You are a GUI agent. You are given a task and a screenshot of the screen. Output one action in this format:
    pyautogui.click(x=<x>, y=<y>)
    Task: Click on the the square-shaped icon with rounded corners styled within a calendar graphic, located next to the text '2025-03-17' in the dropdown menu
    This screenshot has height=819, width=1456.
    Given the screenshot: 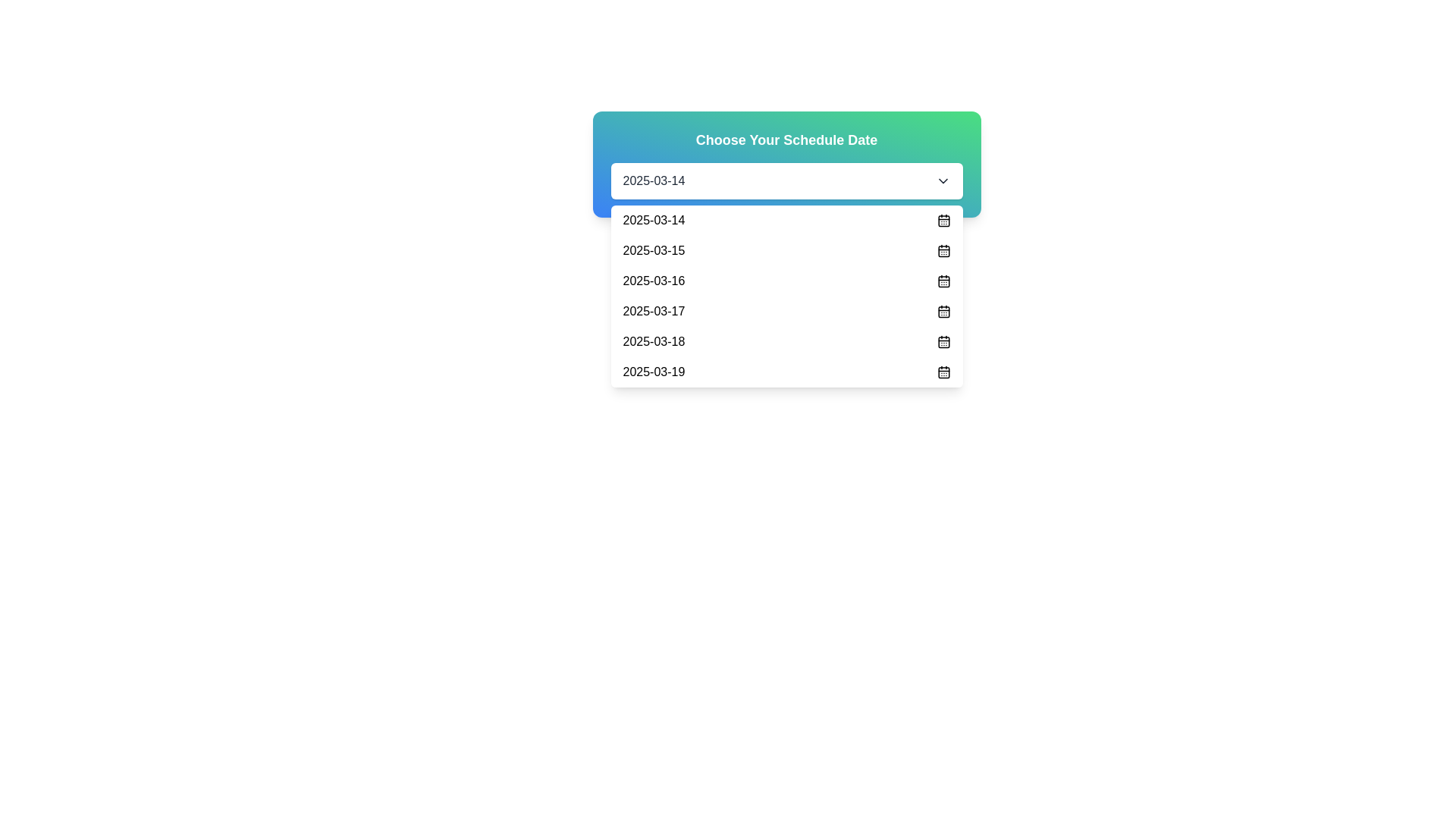 What is the action you would take?
    pyautogui.click(x=943, y=311)
    